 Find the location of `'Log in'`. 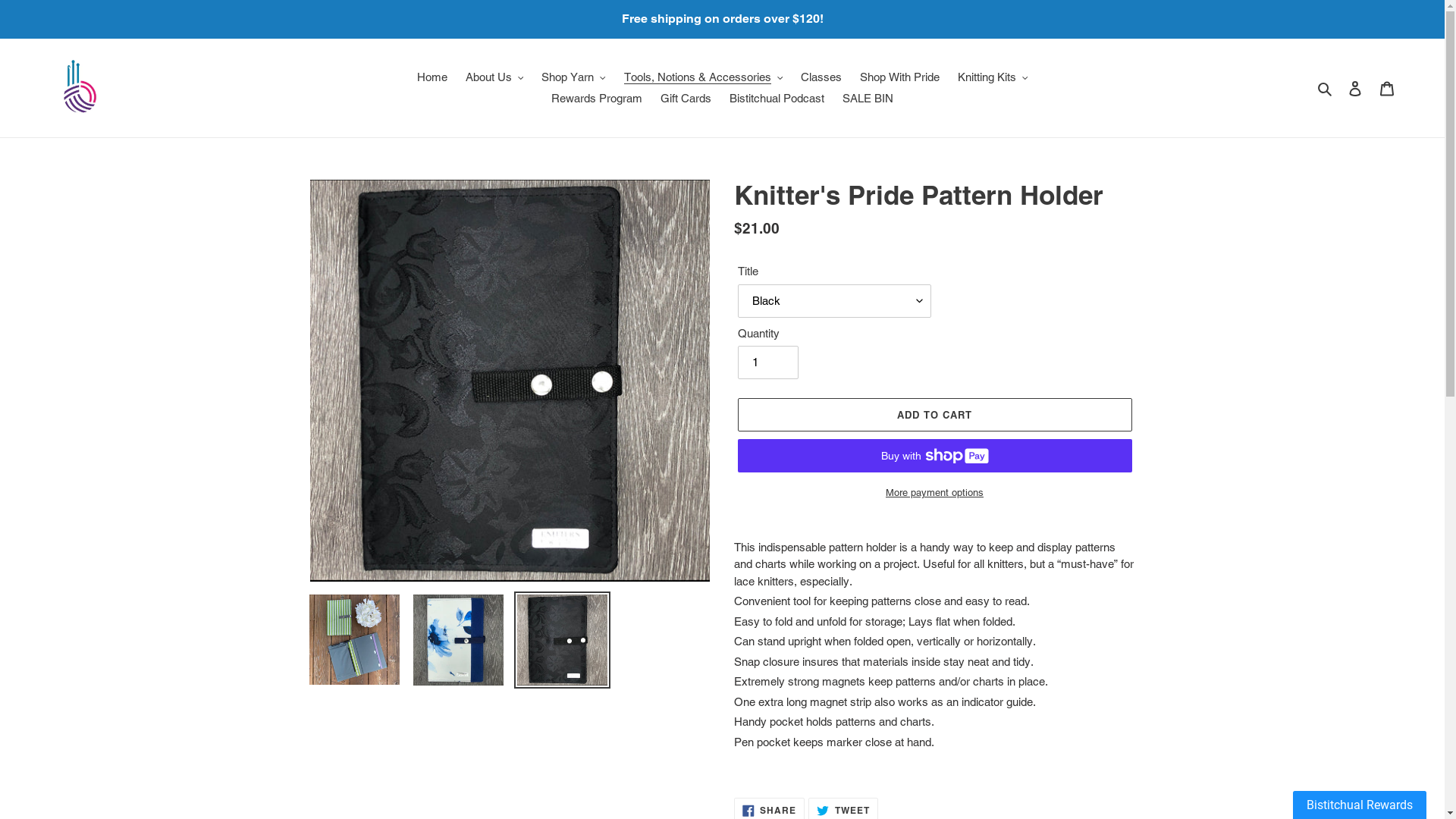

'Log in' is located at coordinates (1354, 88).